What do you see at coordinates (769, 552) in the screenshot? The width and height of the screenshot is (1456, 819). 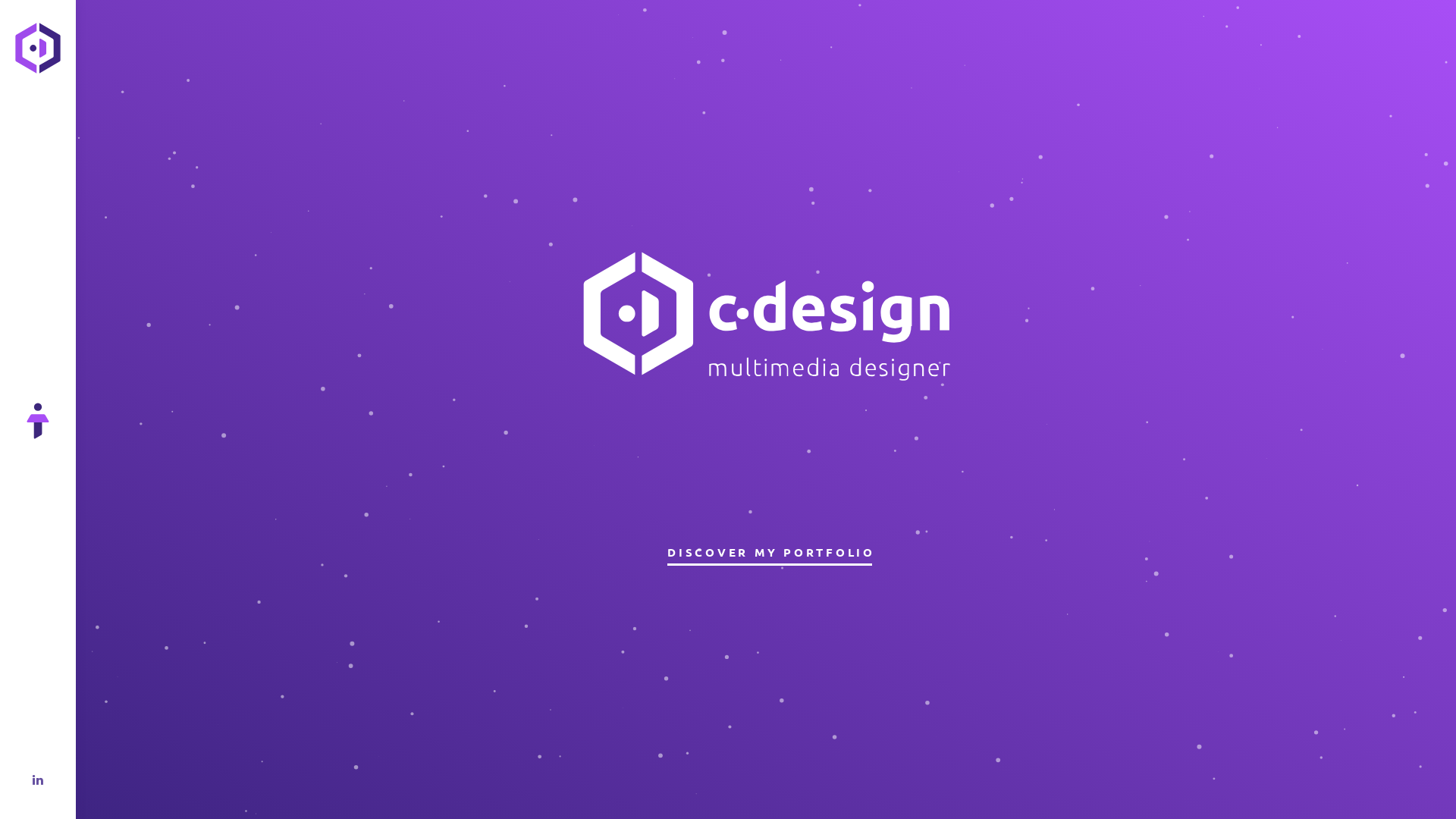 I see `'DISCOVER MY PORTFOLIO'` at bounding box center [769, 552].